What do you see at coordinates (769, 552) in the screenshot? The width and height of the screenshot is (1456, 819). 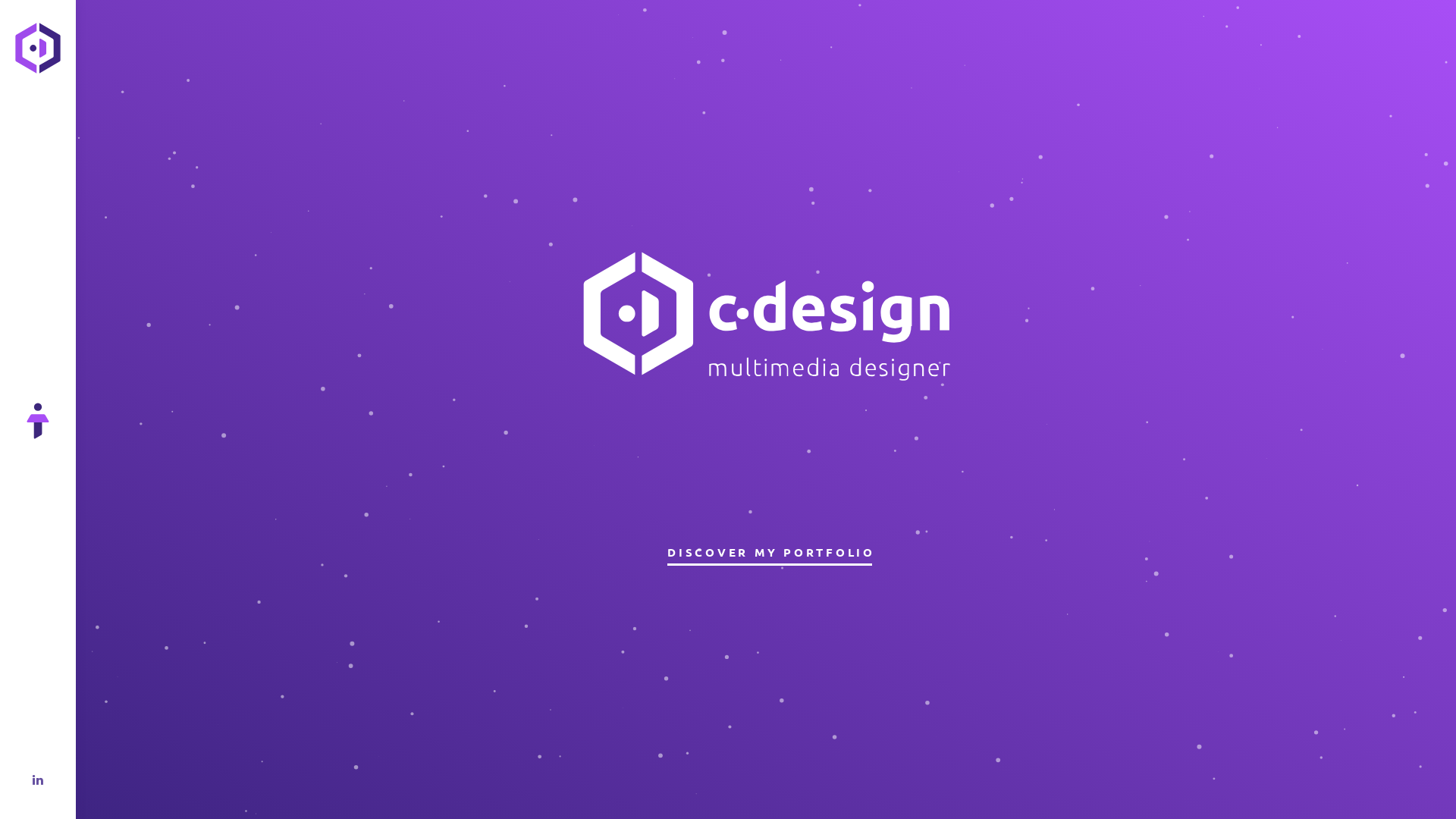 I see `'DISCOVER MY PORTFOLIO'` at bounding box center [769, 552].